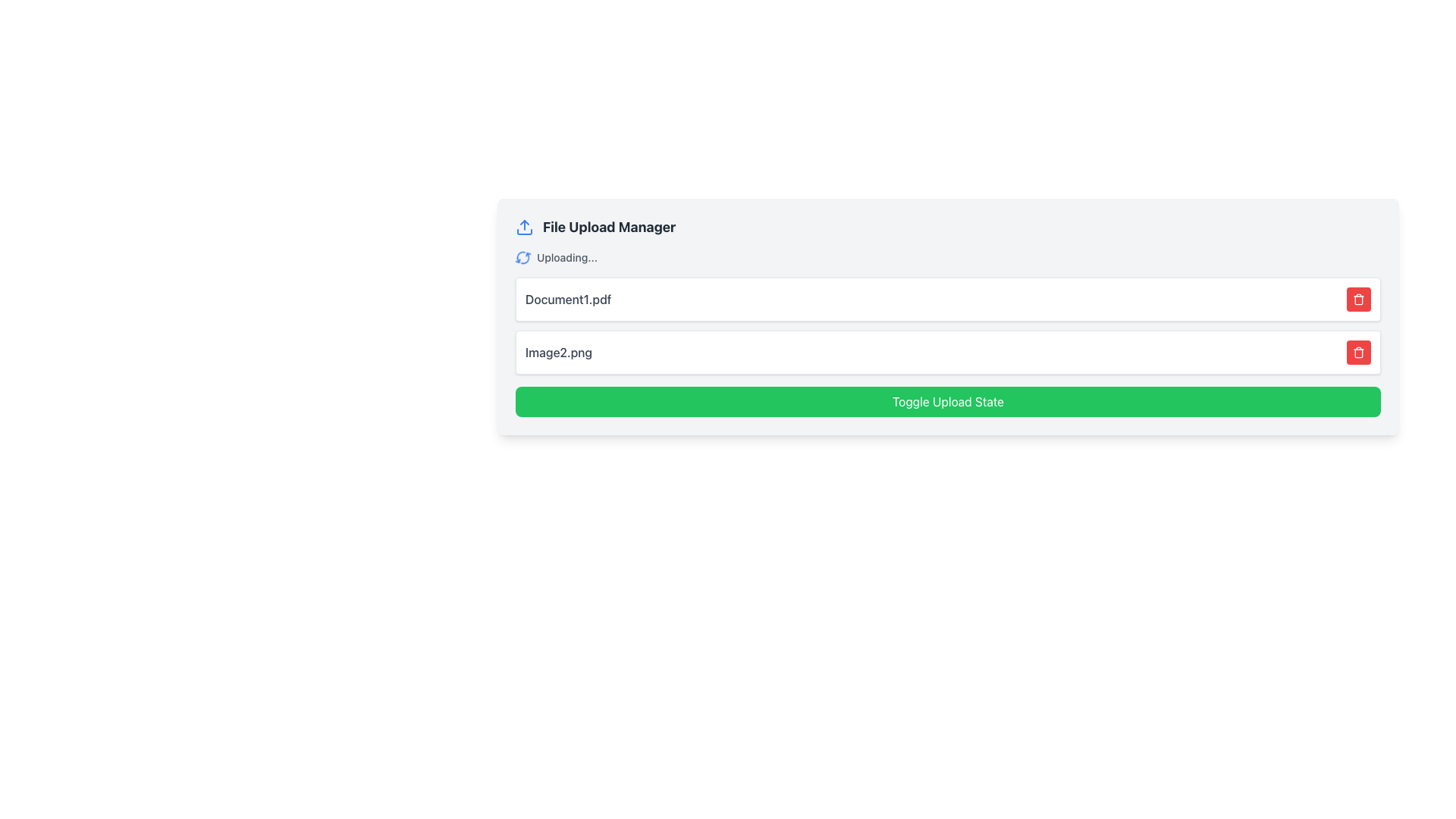 This screenshot has width=1456, height=819. What do you see at coordinates (1358, 353) in the screenshot?
I see `the delete button located to the right of the 'Image2.png' file name` at bounding box center [1358, 353].